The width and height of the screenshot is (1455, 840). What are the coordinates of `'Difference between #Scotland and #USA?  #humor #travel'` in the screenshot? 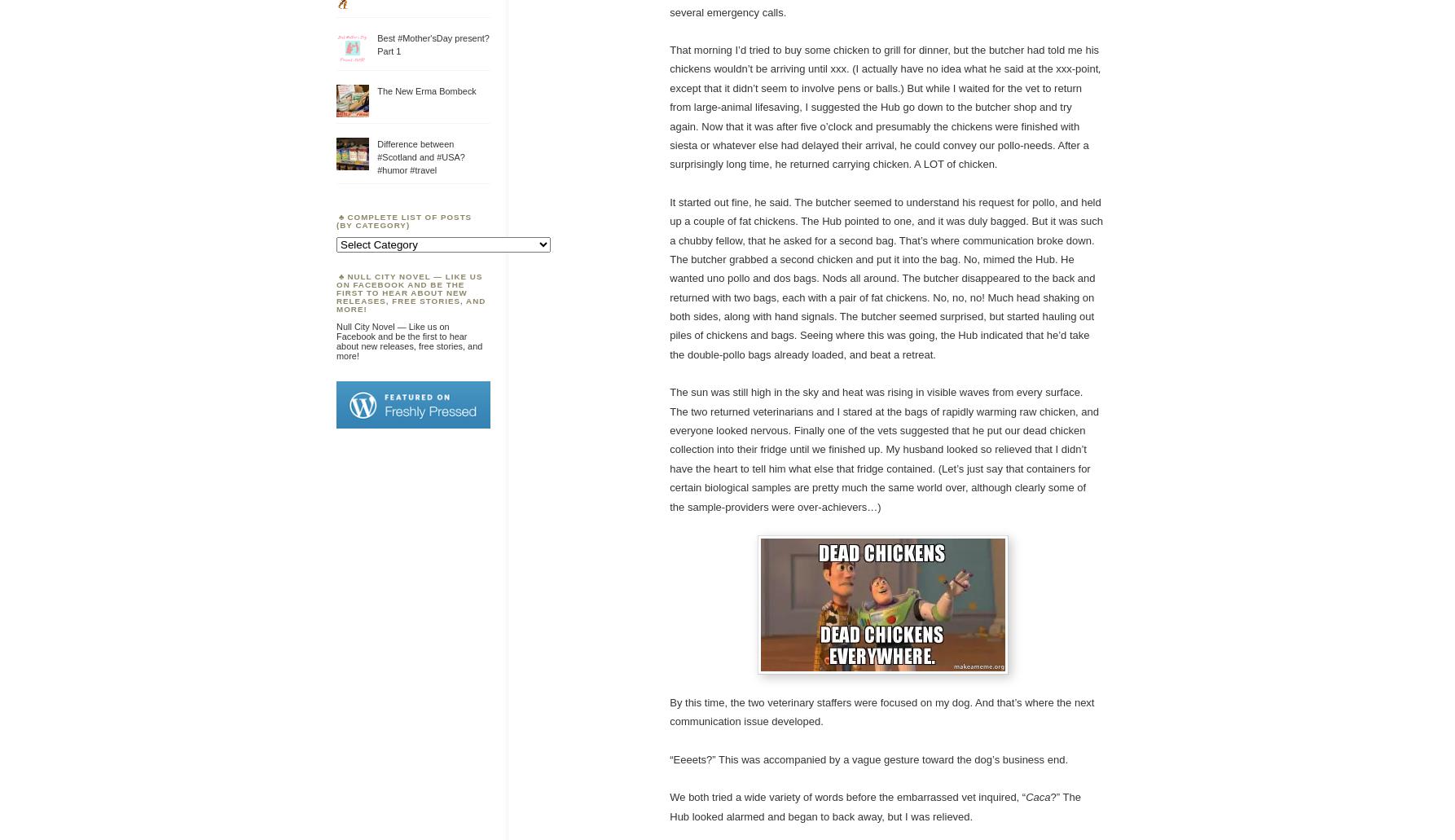 It's located at (420, 156).